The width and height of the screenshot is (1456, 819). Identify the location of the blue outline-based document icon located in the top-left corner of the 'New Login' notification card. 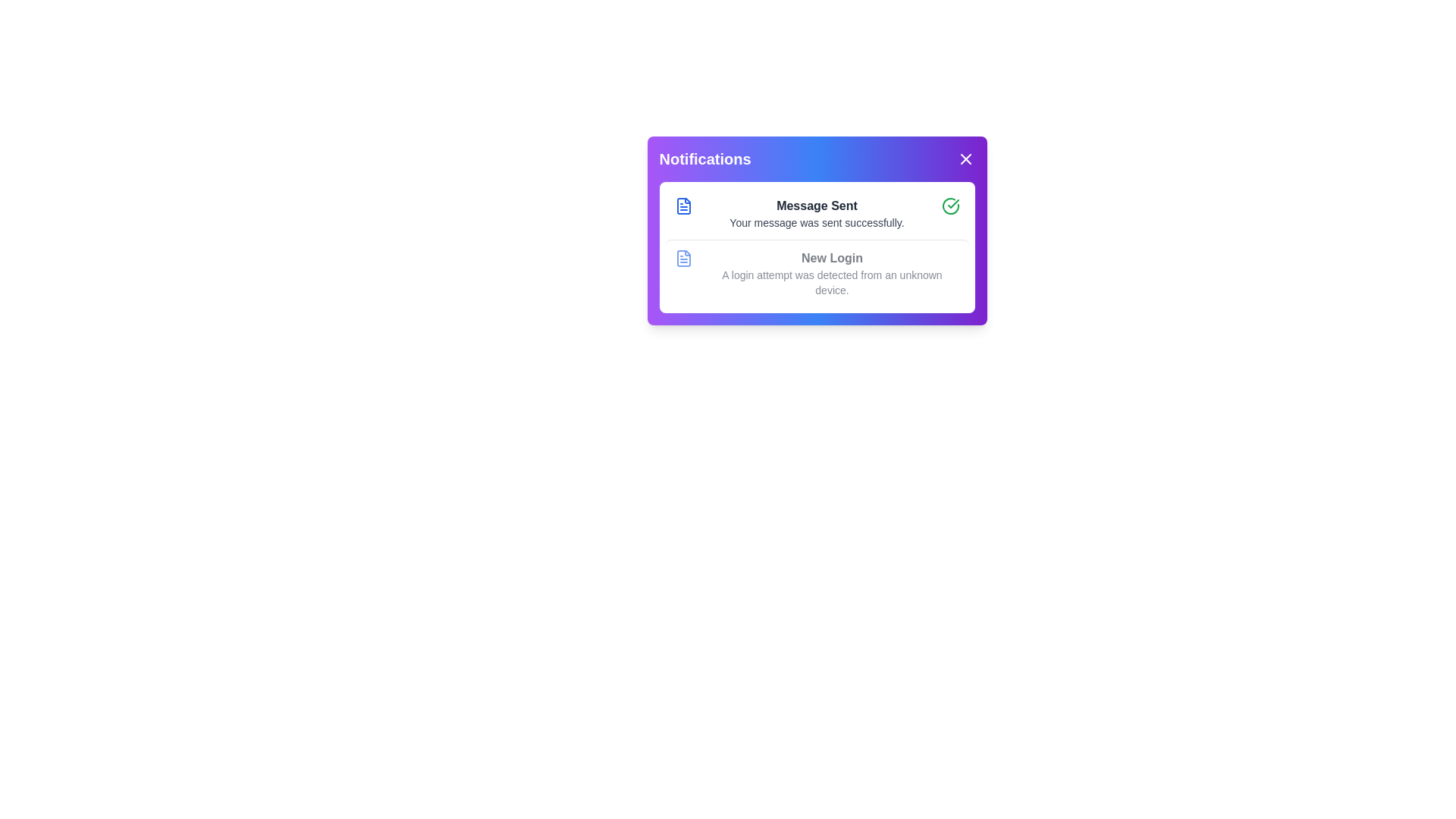
(682, 257).